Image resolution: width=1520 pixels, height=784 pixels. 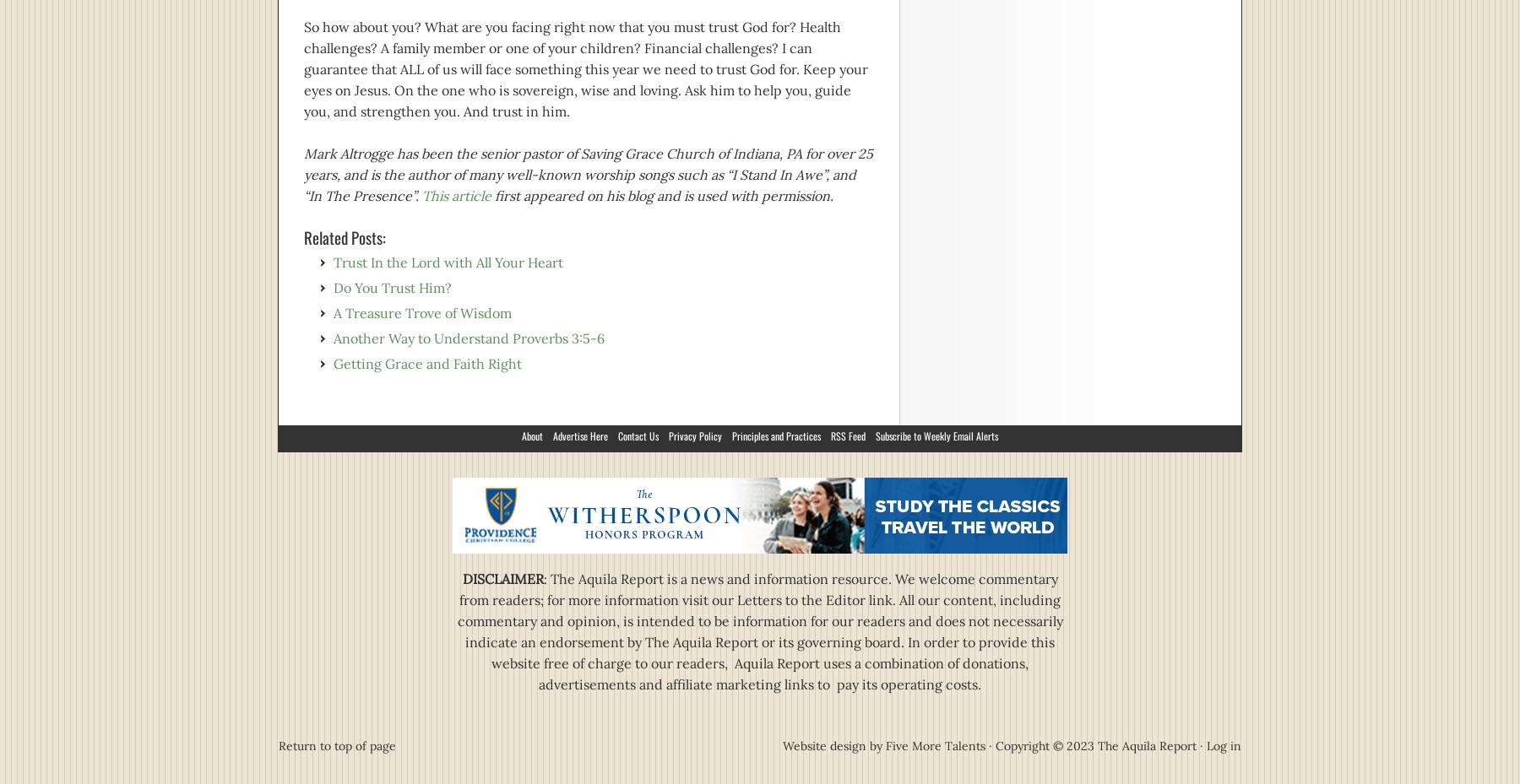 I want to click on 'A Treasure Trove of Wisdom', so click(x=333, y=313).